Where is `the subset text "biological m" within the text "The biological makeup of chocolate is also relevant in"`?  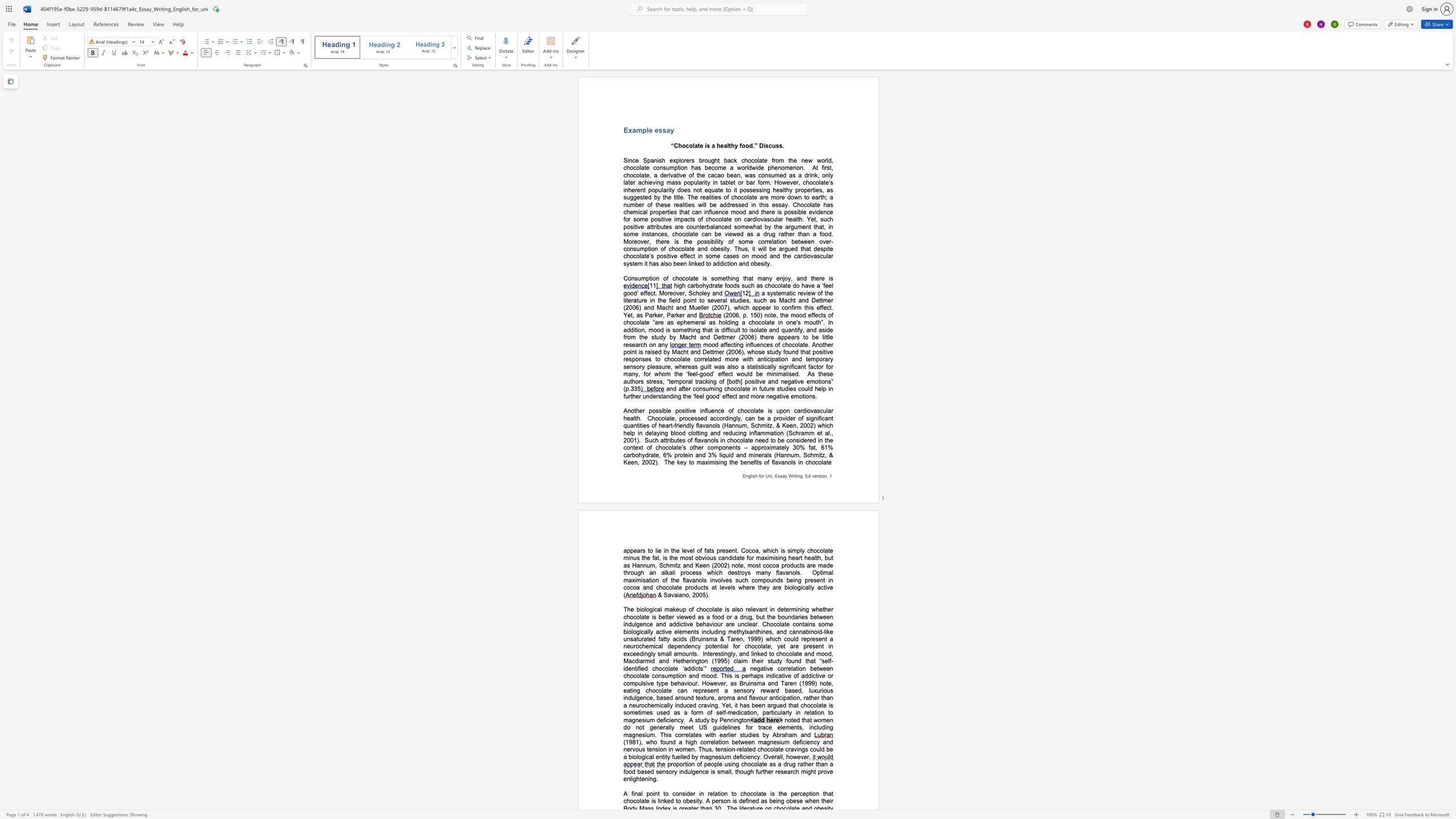 the subset text "biological m" within the text "The biological makeup of chocolate is also relevant in" is located at coordinates (636, 609).